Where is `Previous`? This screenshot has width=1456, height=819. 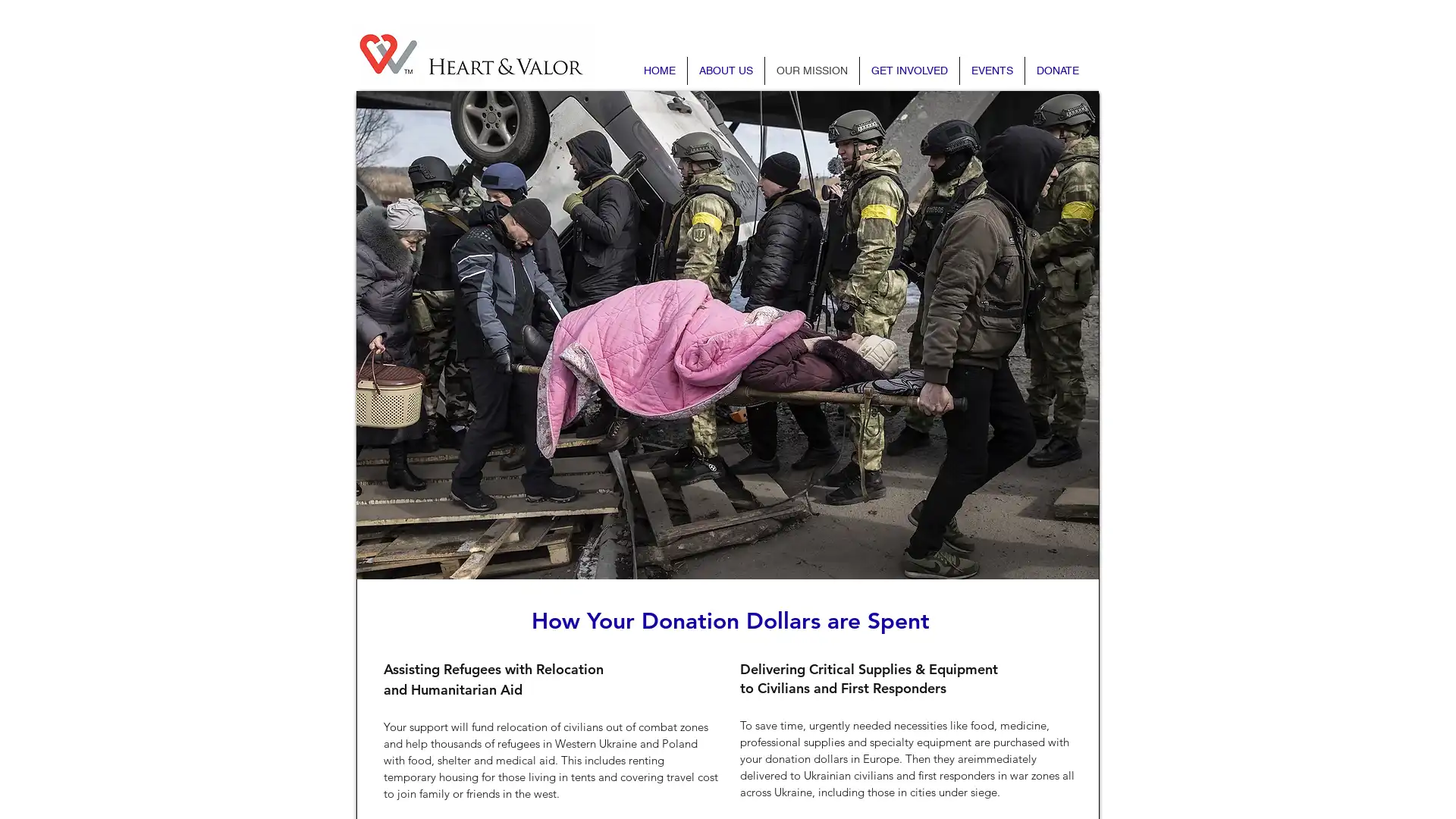
Previous is located at coordinates (410, 334).